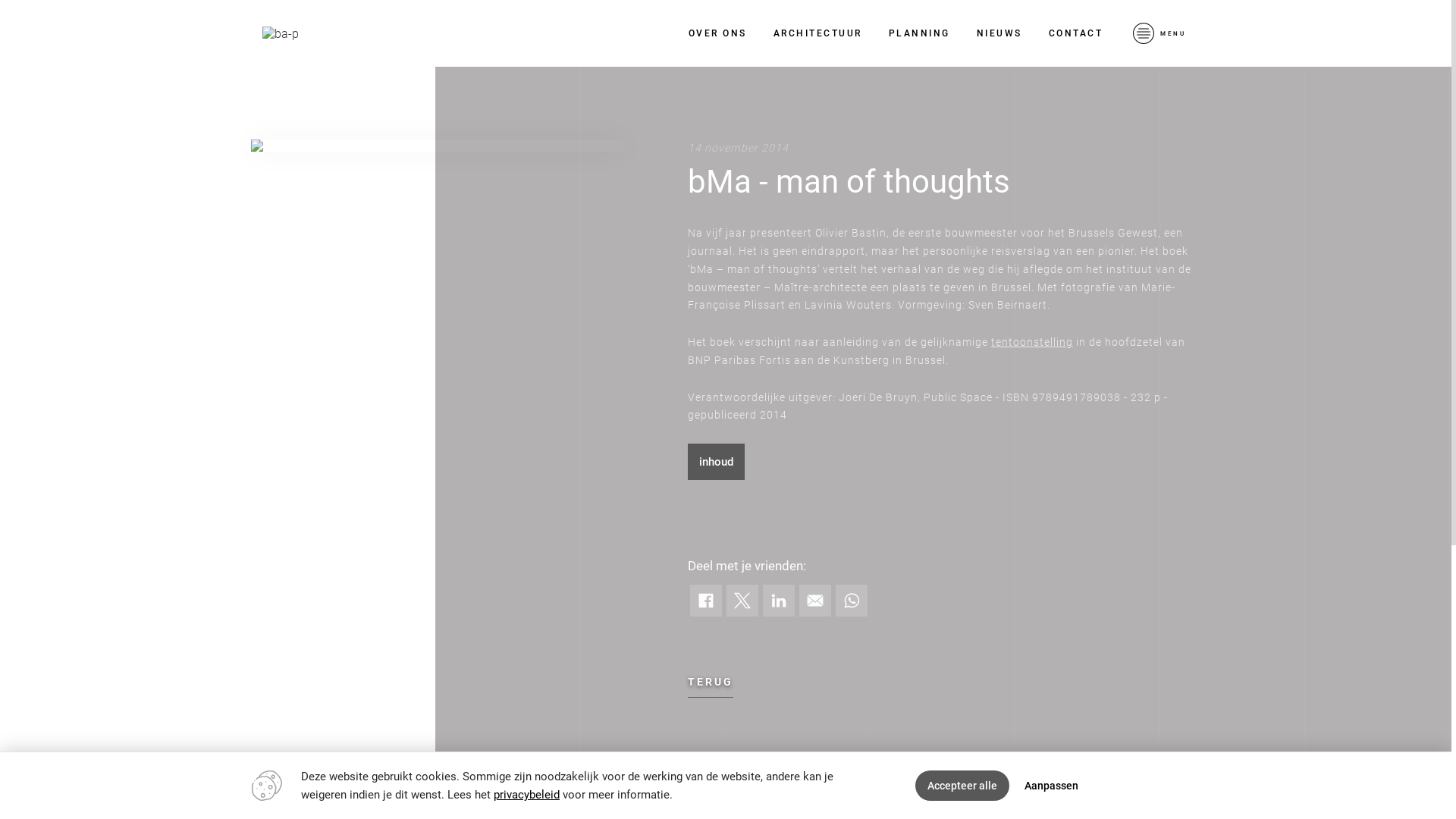 The height and width of the screenshot is (819, 1456). I want to click on 'ba-p', so click(280, 33).